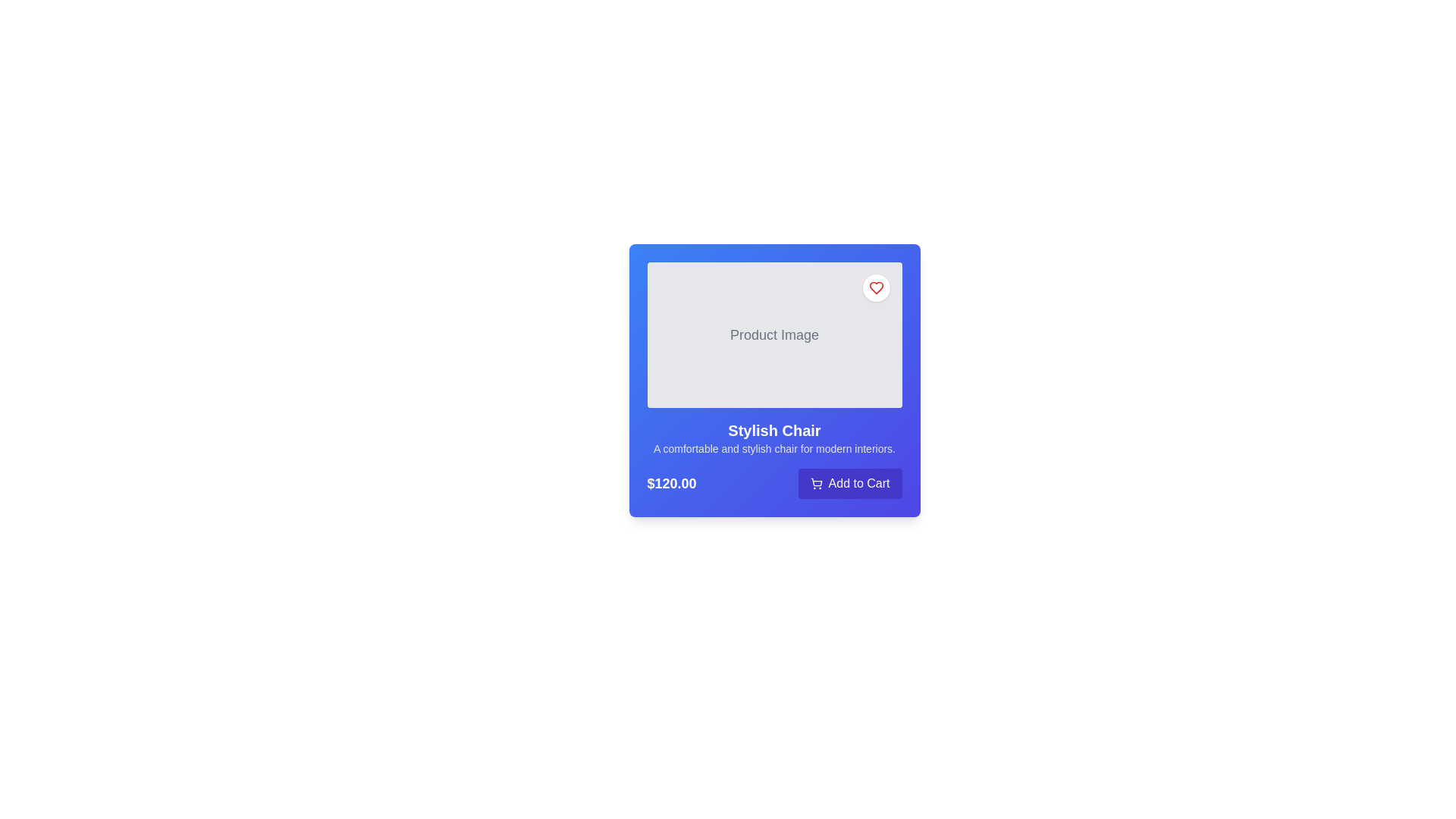 This screenshot has height=819, width=1456. I want to click on descriptive text located directly below the 'Stylish Chair' title in the product card interface to understand the product features and appeal, so click(774, 447).